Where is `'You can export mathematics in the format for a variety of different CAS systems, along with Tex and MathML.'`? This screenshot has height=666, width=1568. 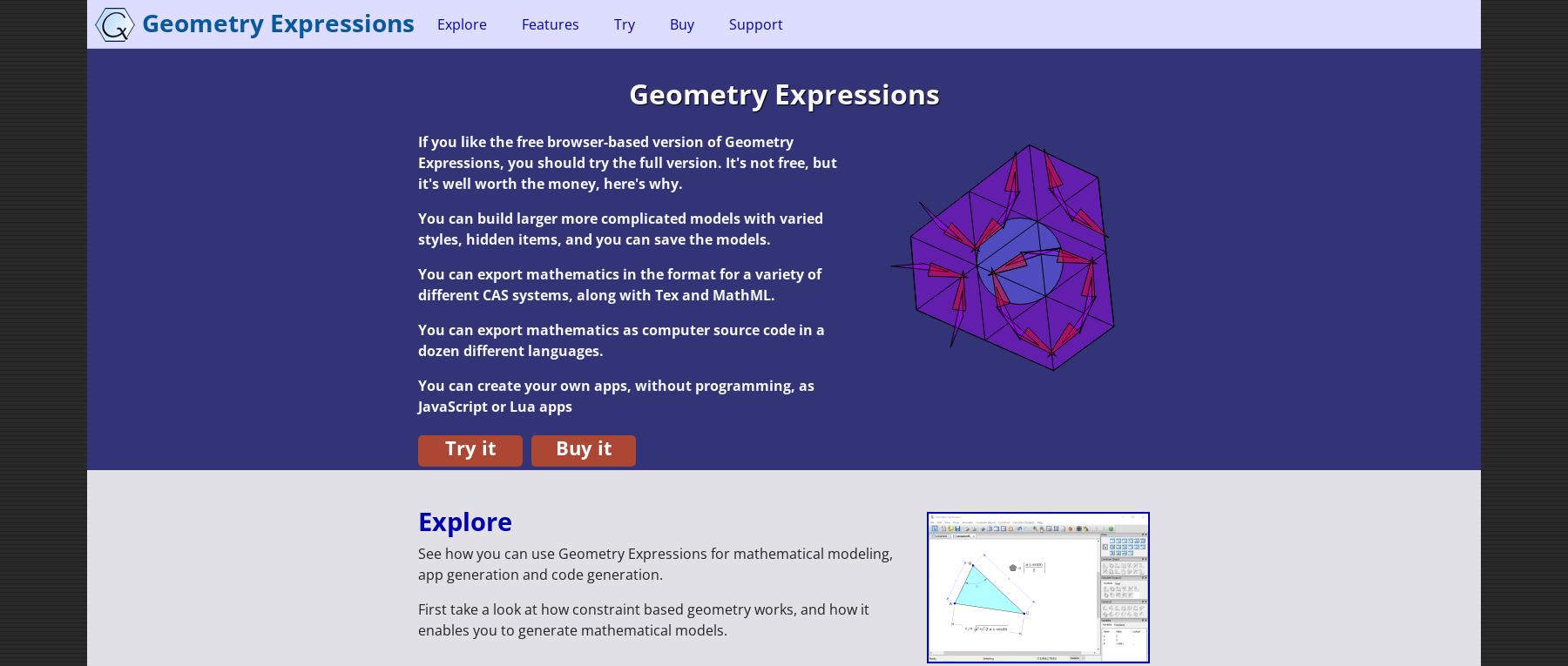 'You can export mathematics in the format for a variety of different CAS systems, along with Tex and MathML.' is located at coordinates (417, 285).